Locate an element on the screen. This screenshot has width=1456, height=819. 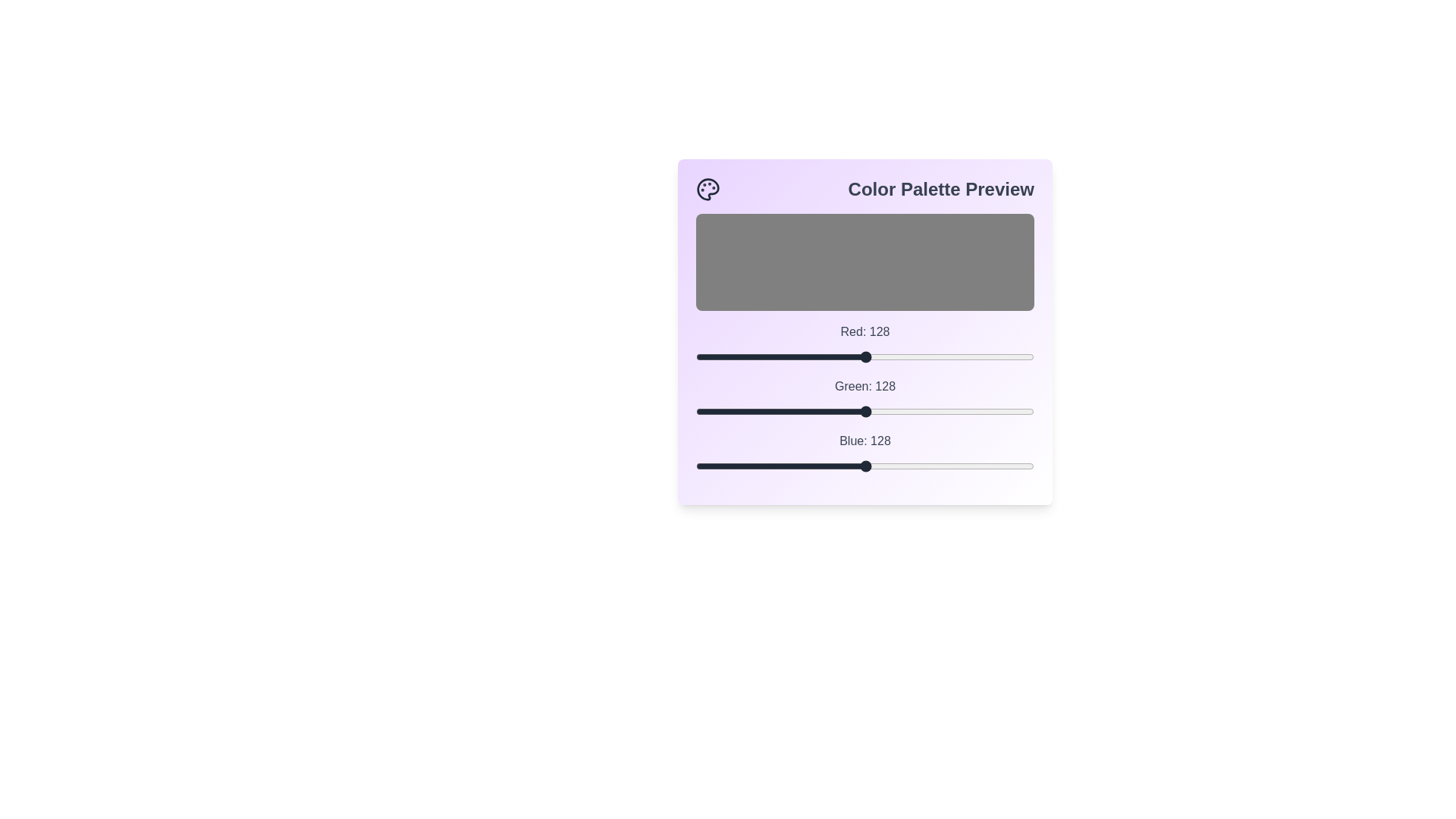
the green color value is located at coordinates (880, 412).